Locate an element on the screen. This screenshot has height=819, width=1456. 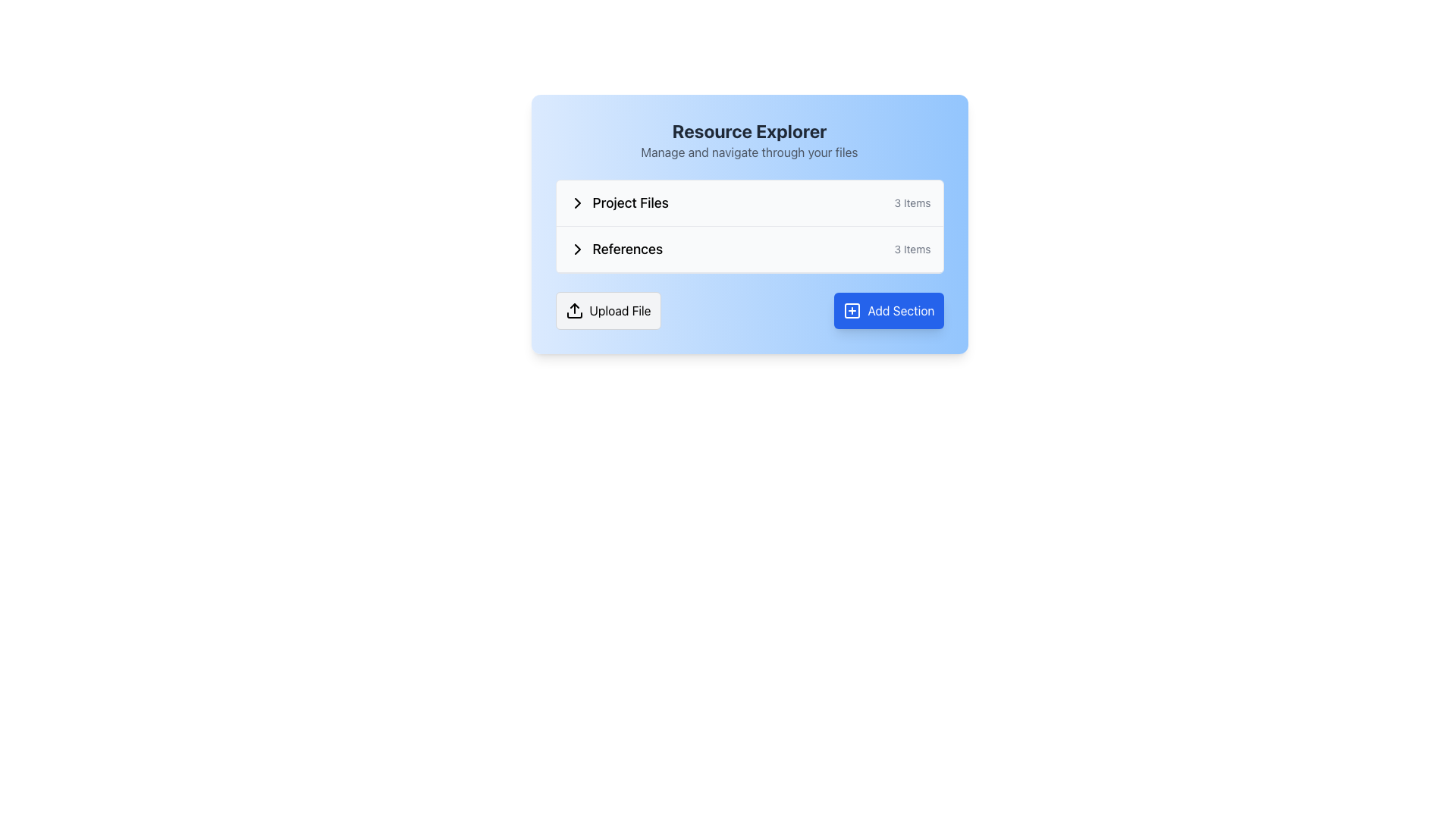
the navigation button located below 'Project Files' and above 'Upload File' is located at coordinates (749, 248).